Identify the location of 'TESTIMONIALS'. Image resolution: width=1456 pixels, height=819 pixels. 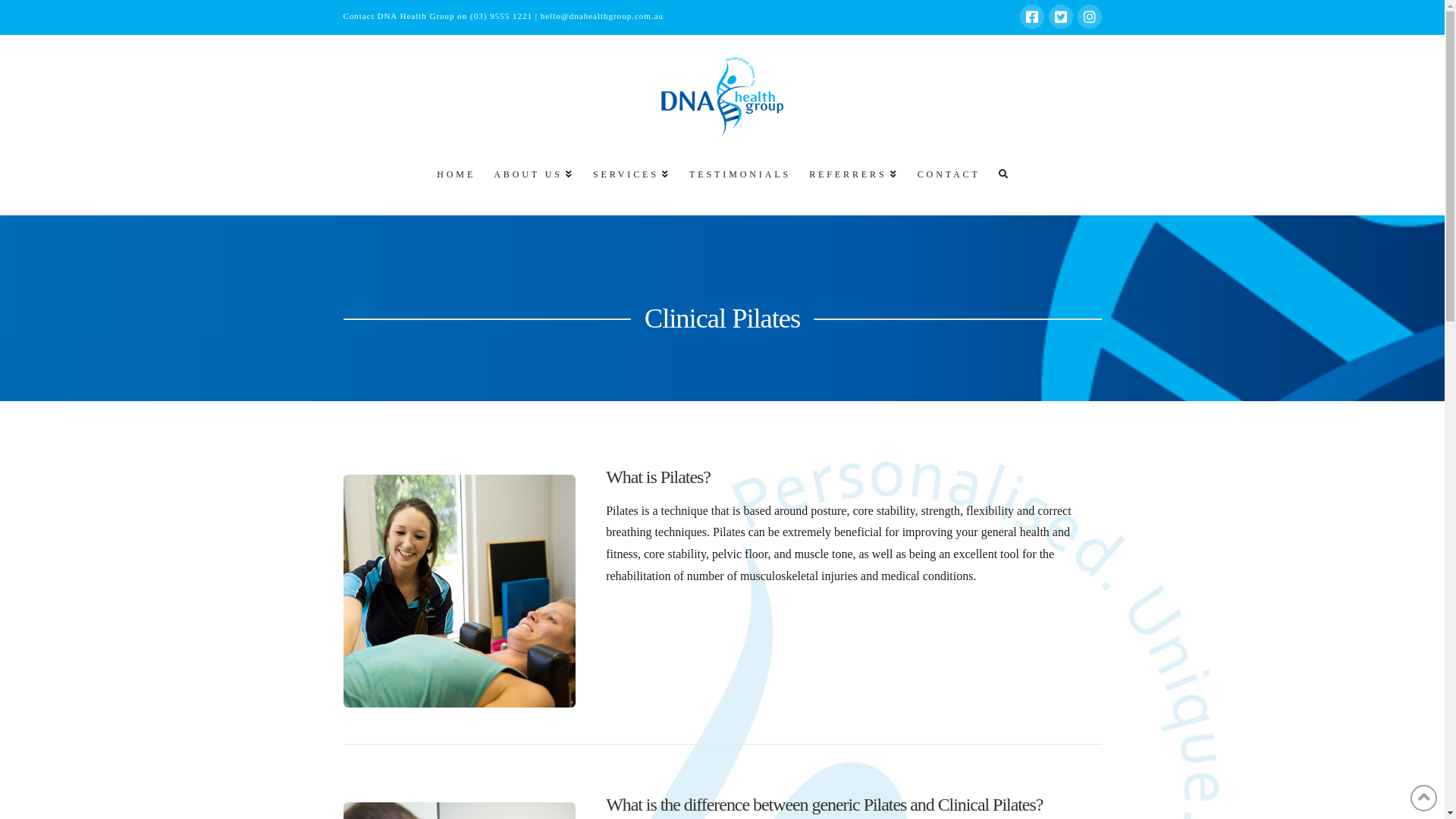
(677, 180).